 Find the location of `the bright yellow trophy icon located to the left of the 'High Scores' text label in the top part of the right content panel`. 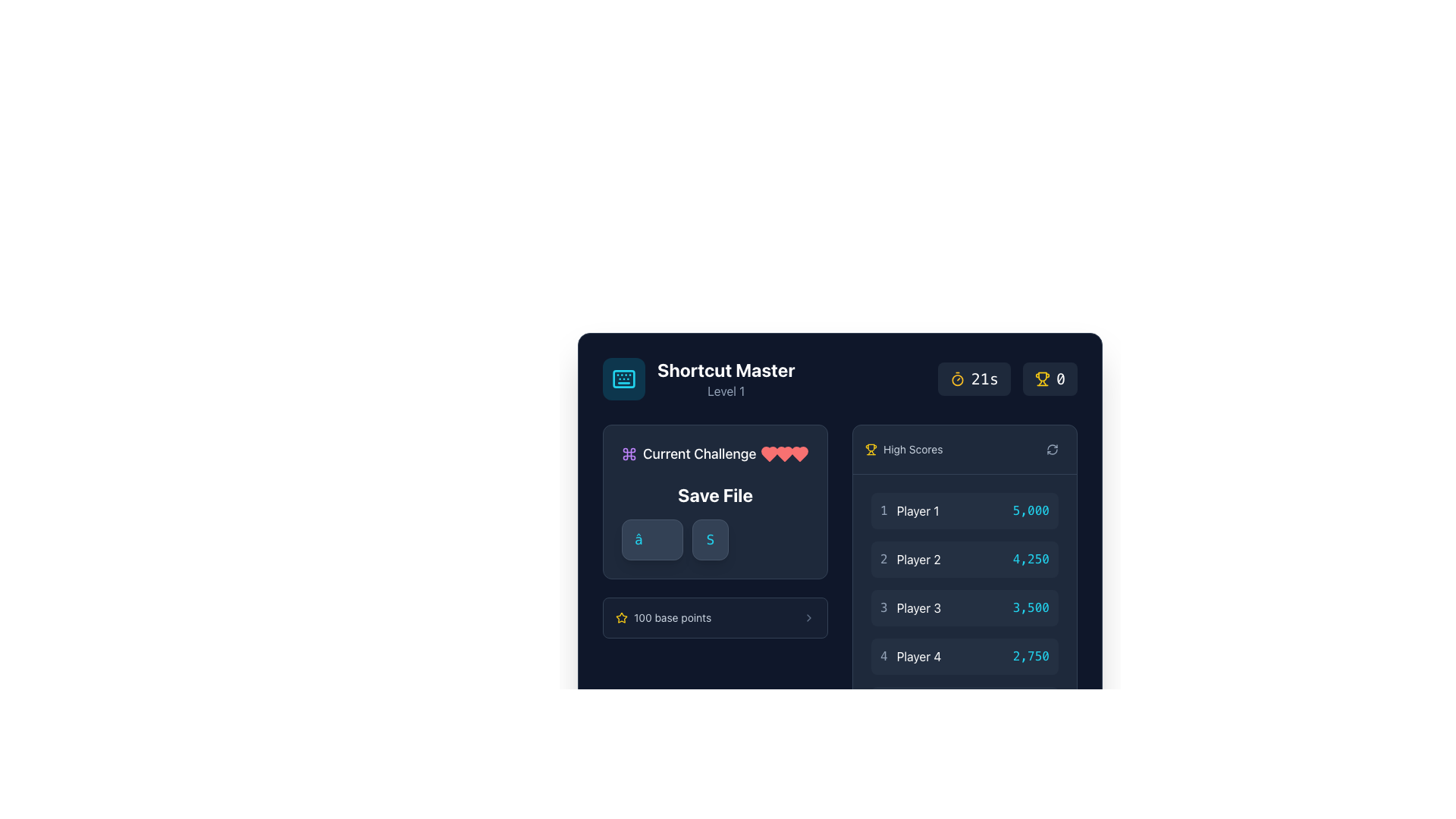

the bright yellow trophy icon located to the left of the 'High Scores' text label in the top part of the right content panel is located at coordinates (871, 449).